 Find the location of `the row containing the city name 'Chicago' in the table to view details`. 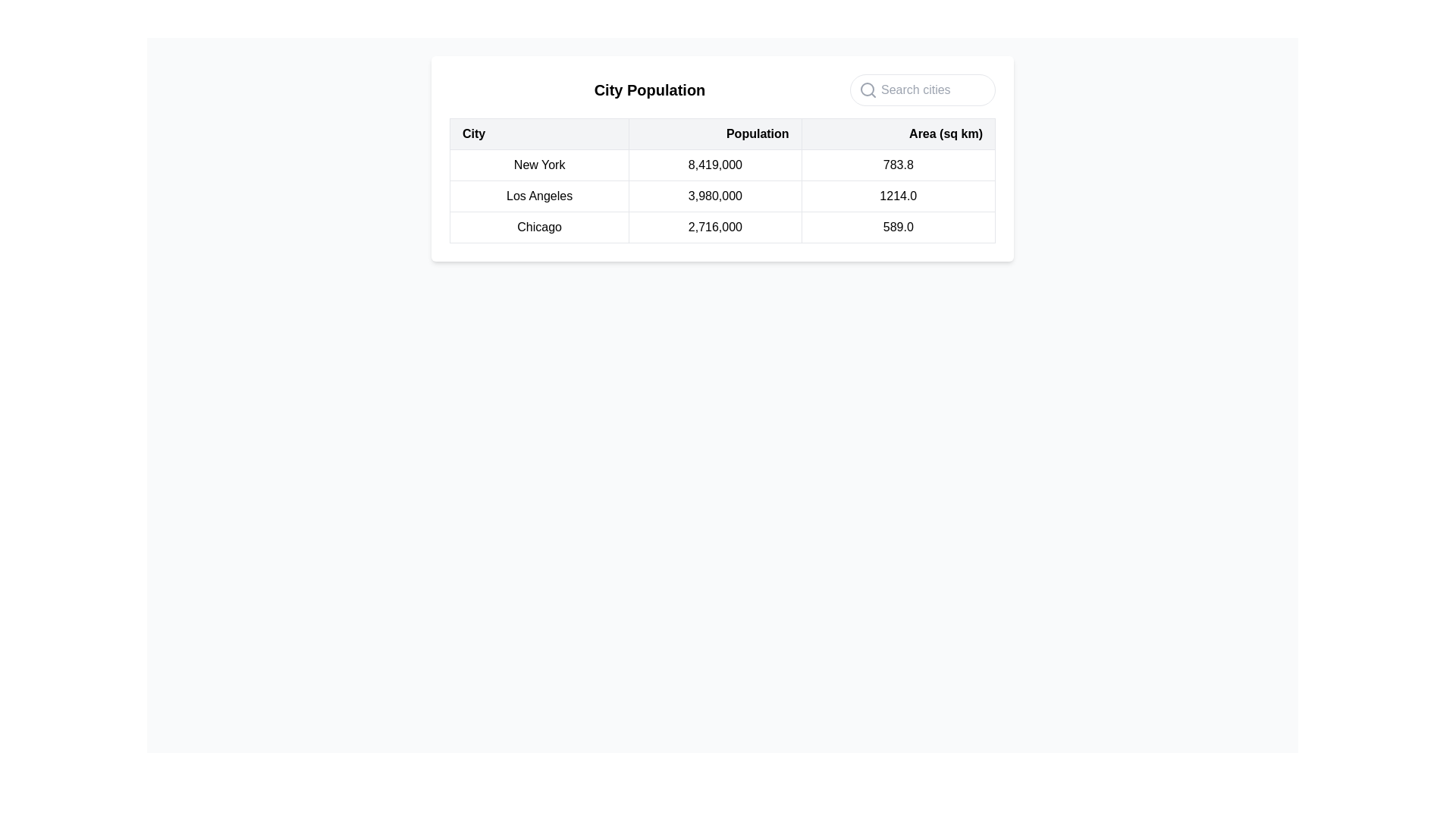

the row containing the city name 'Chicago' in the table to view details is located at coordinates (539, 227).